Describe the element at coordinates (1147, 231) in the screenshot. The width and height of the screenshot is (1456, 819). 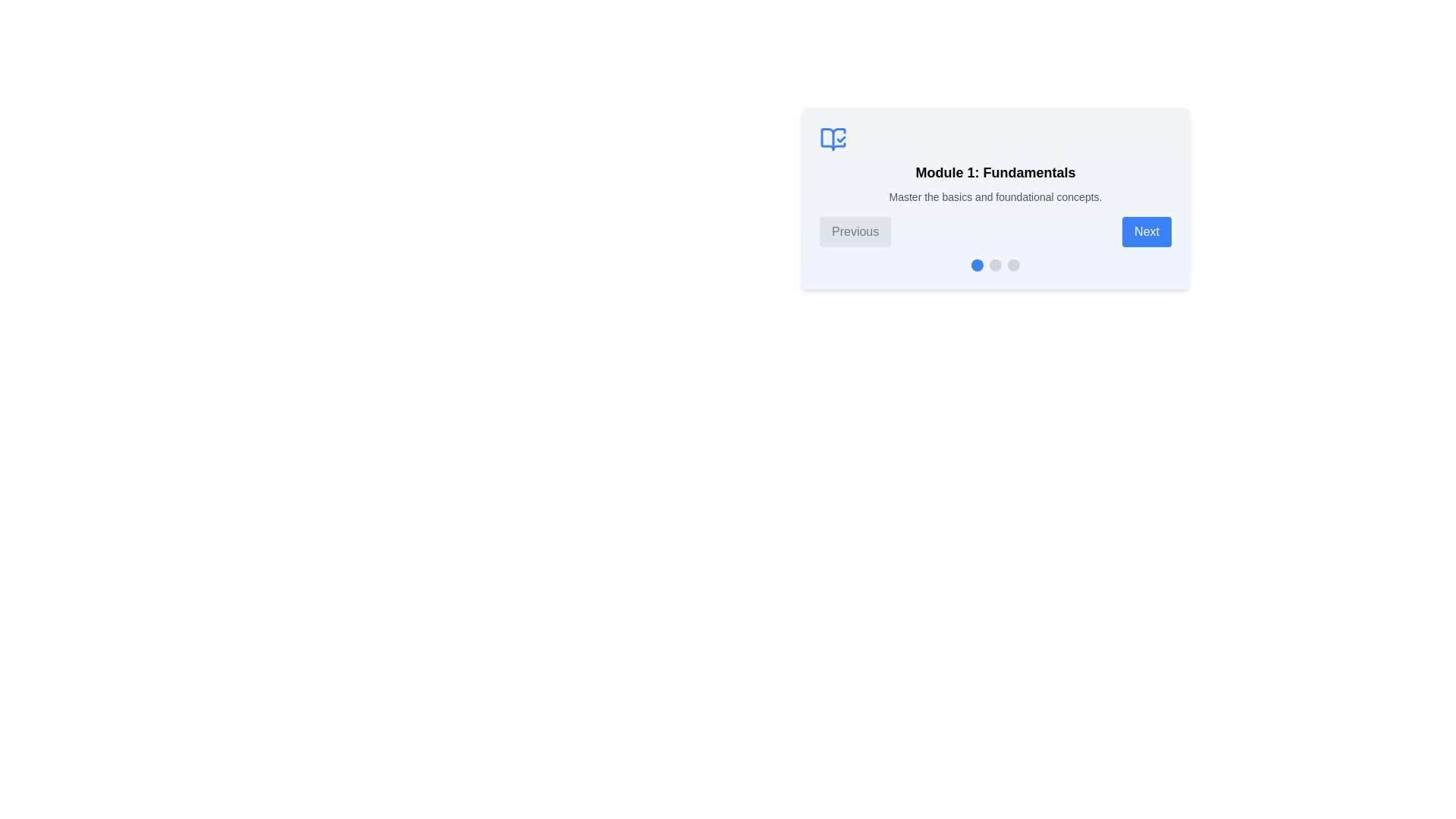
I see `the 'Next' button to navigate to the next module` at that location.